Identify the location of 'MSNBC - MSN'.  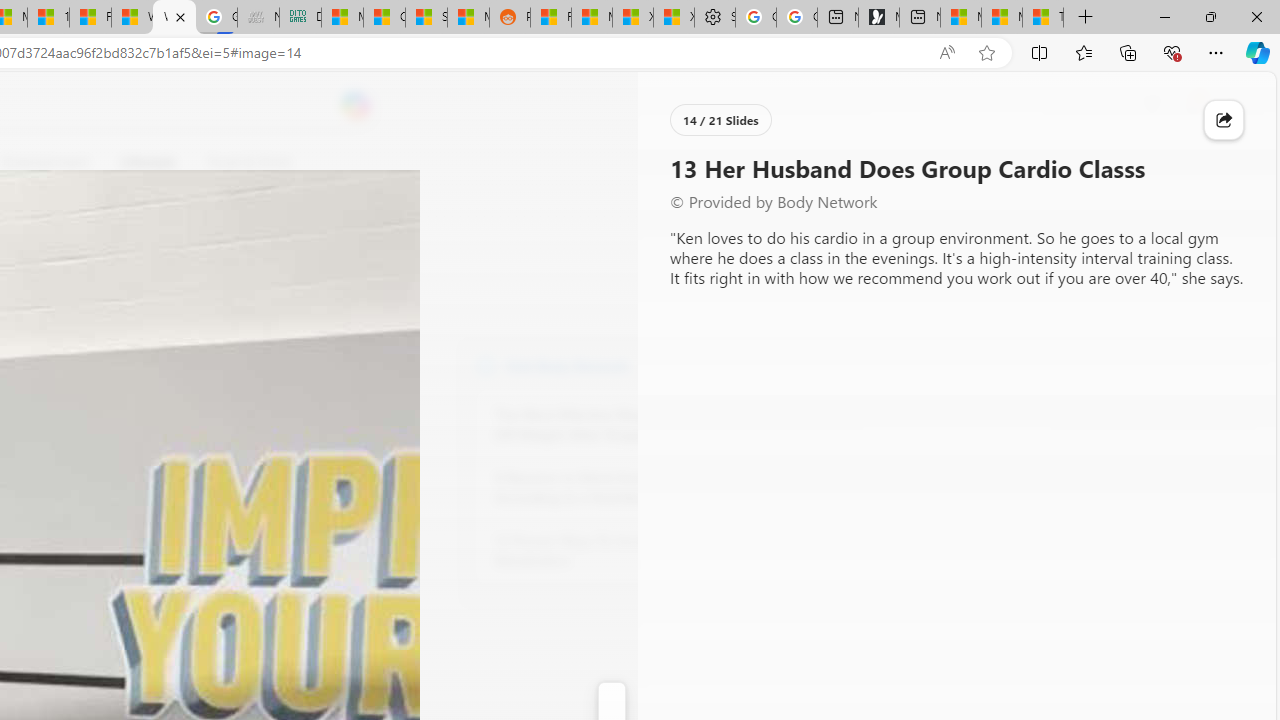
(343, 17).